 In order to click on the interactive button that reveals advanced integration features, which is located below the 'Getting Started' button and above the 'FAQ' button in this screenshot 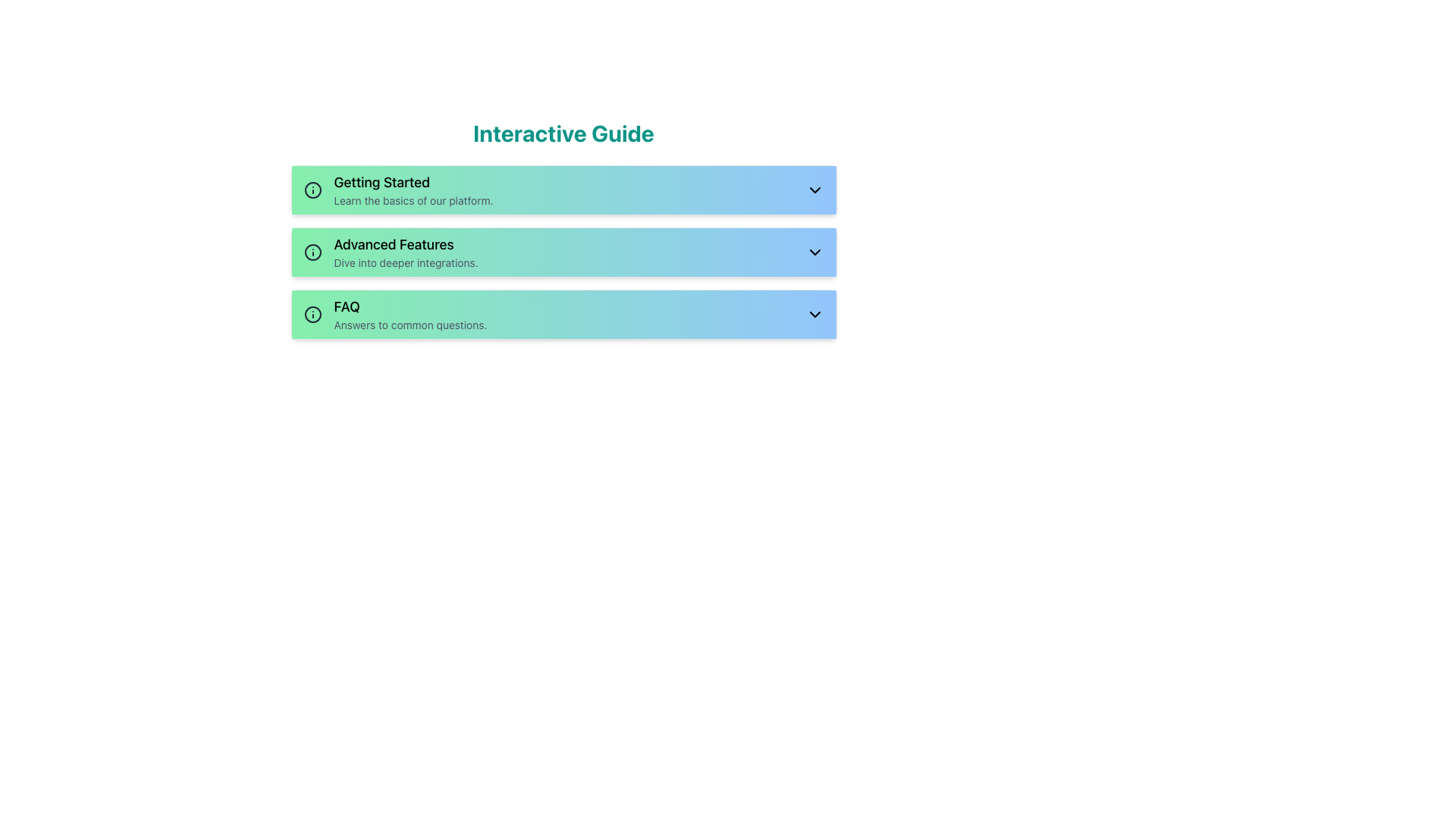, I will do `click(563, 251)`.